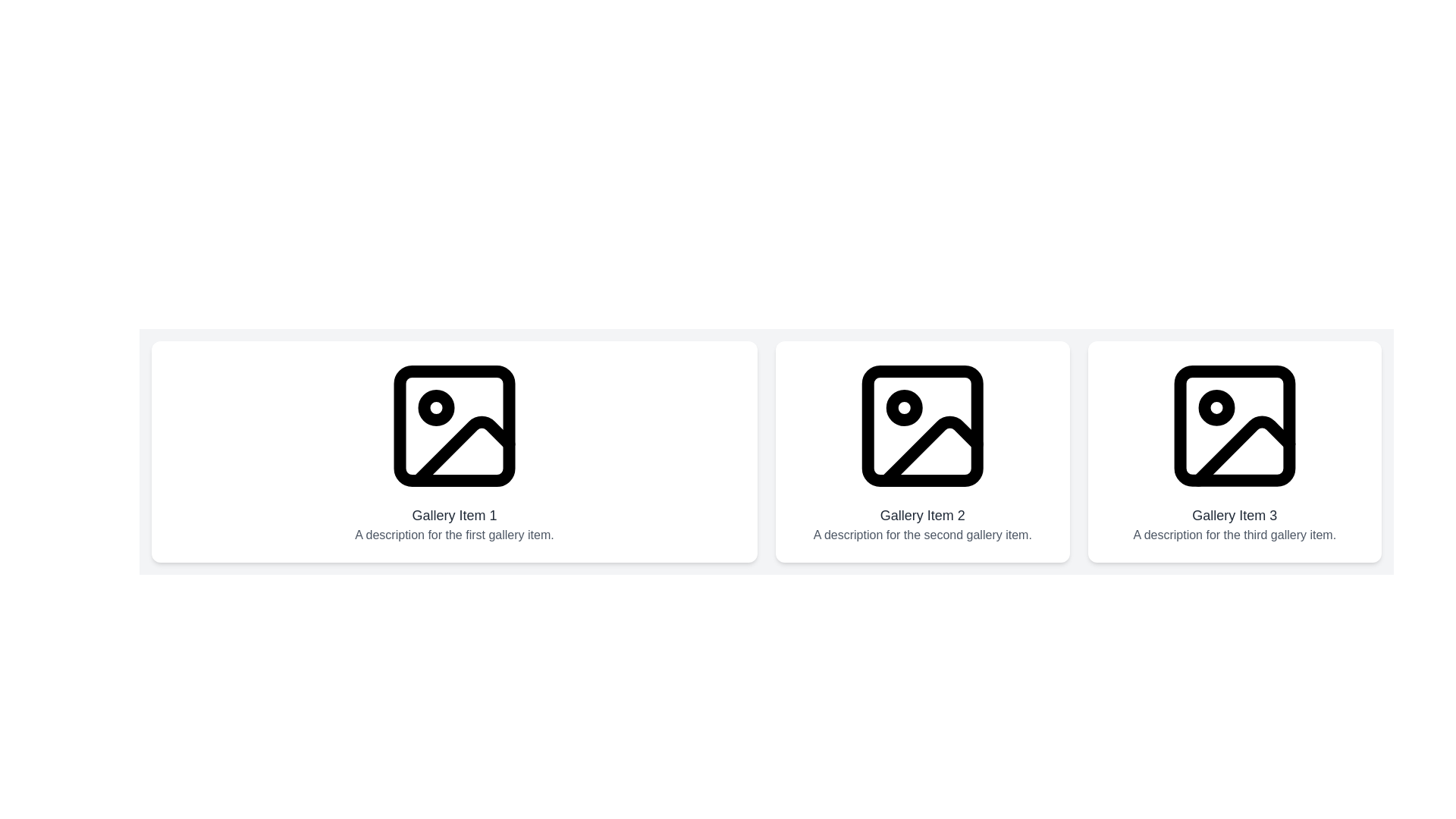 Image resolution: width=1456 pixels, height=819 pixels. I want to click on the static text element that provides descriptive information for 'Gallery Item 1', which is positioned below it and centered within the gallery item card, so click(453, 534).